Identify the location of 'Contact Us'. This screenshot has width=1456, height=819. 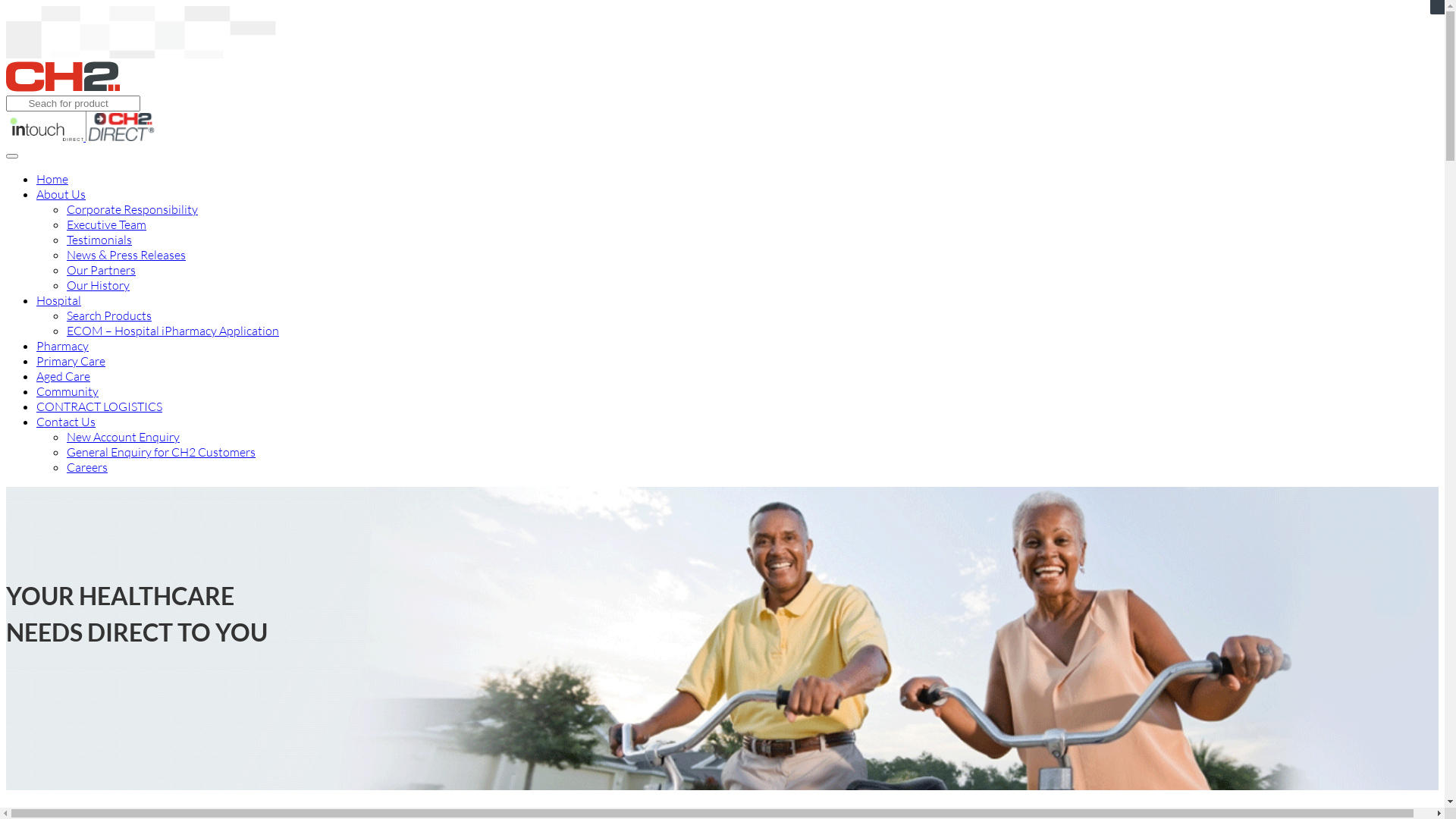
(64, 421).